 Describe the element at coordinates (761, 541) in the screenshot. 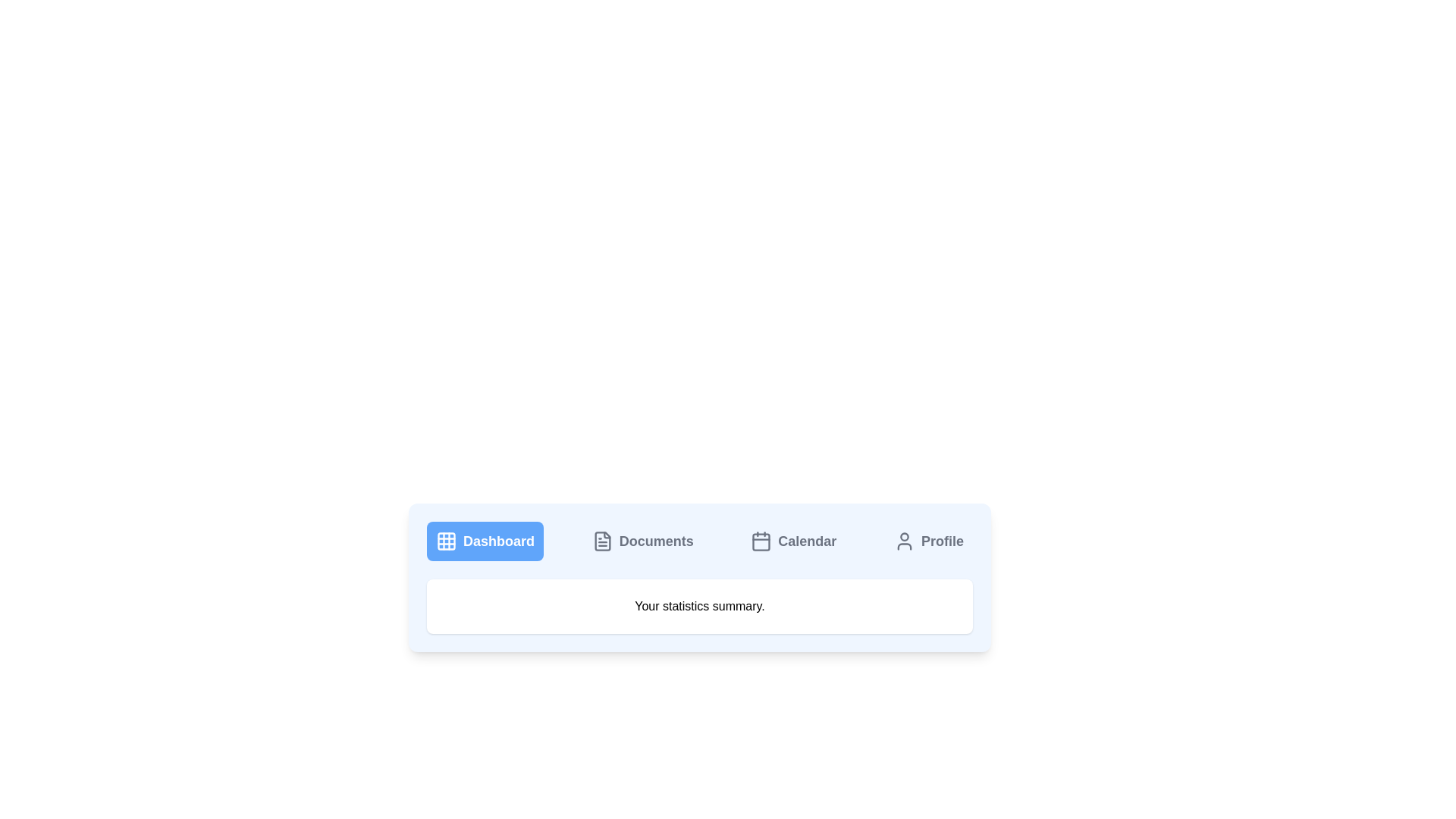

I see `the calendar icon element in the navigation bar, which is a rectangular graphical component with rounded corners and a light gray fill` at that location.